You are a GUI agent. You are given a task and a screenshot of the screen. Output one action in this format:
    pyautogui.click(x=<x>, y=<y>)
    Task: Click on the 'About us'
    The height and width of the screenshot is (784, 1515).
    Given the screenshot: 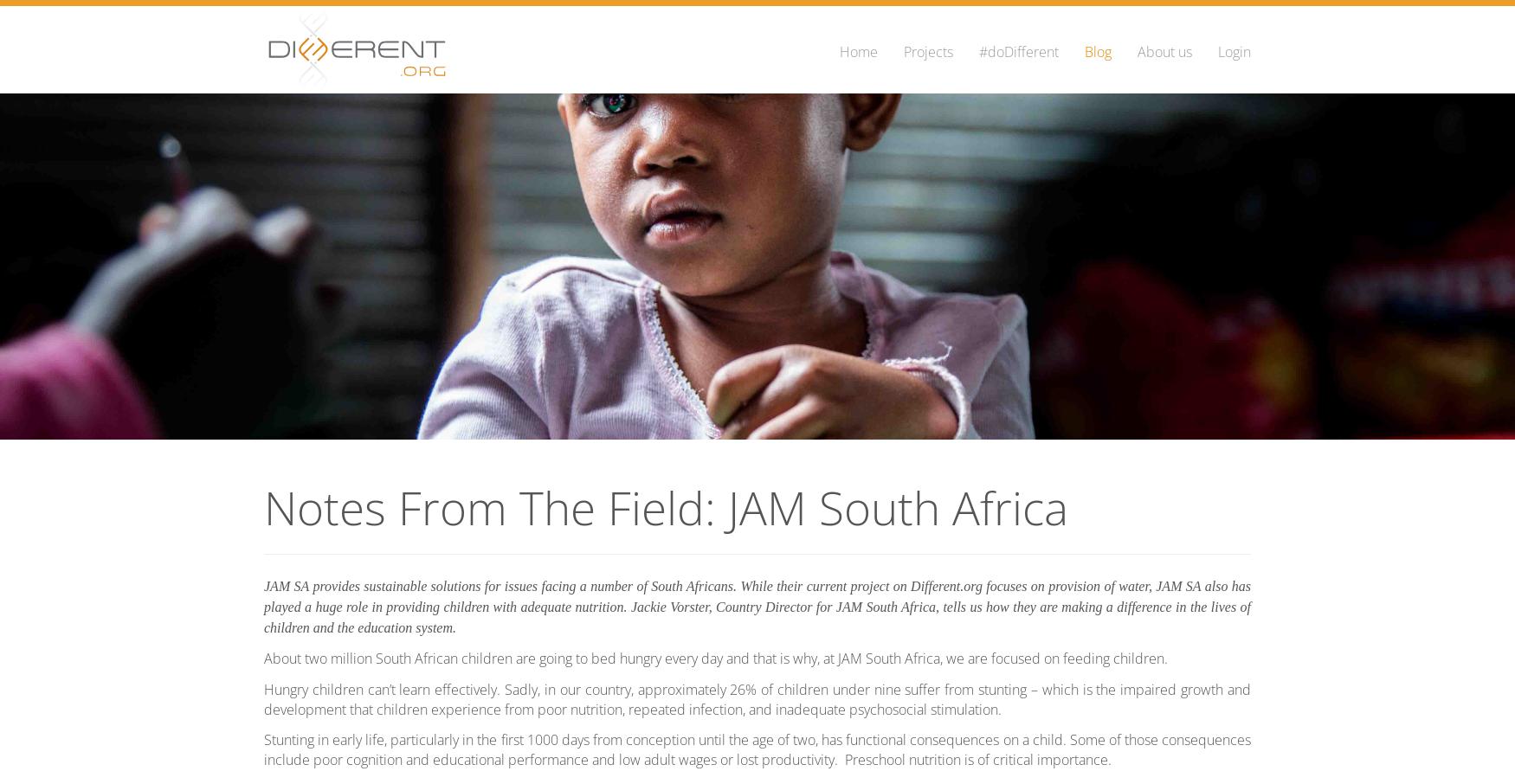 What is the action you would take?
    pyautogui.click(x=1164, y=51)
    